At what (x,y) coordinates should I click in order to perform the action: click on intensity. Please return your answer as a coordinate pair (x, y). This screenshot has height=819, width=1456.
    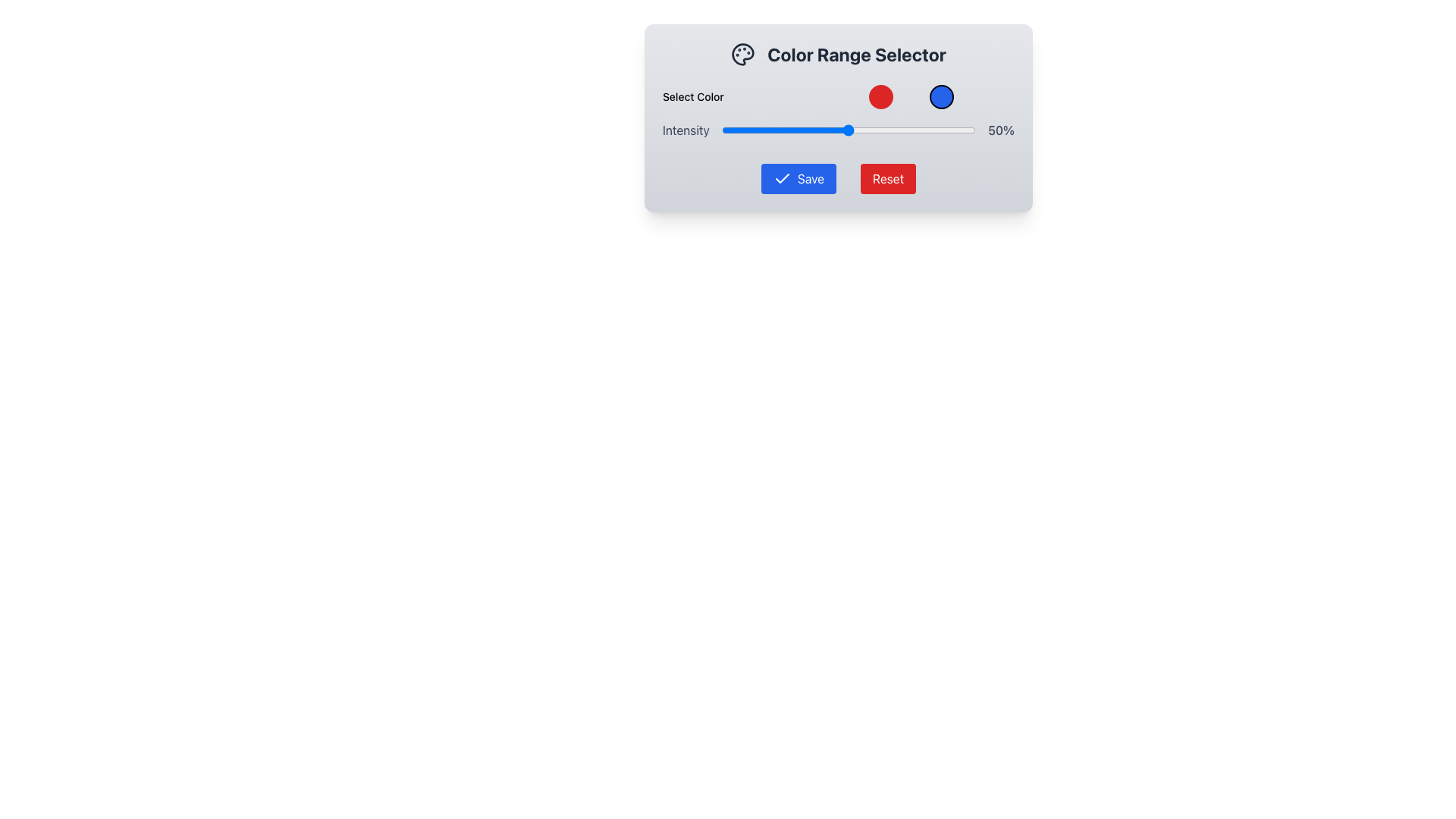
    Looking at the image, I should click on (907, 130).